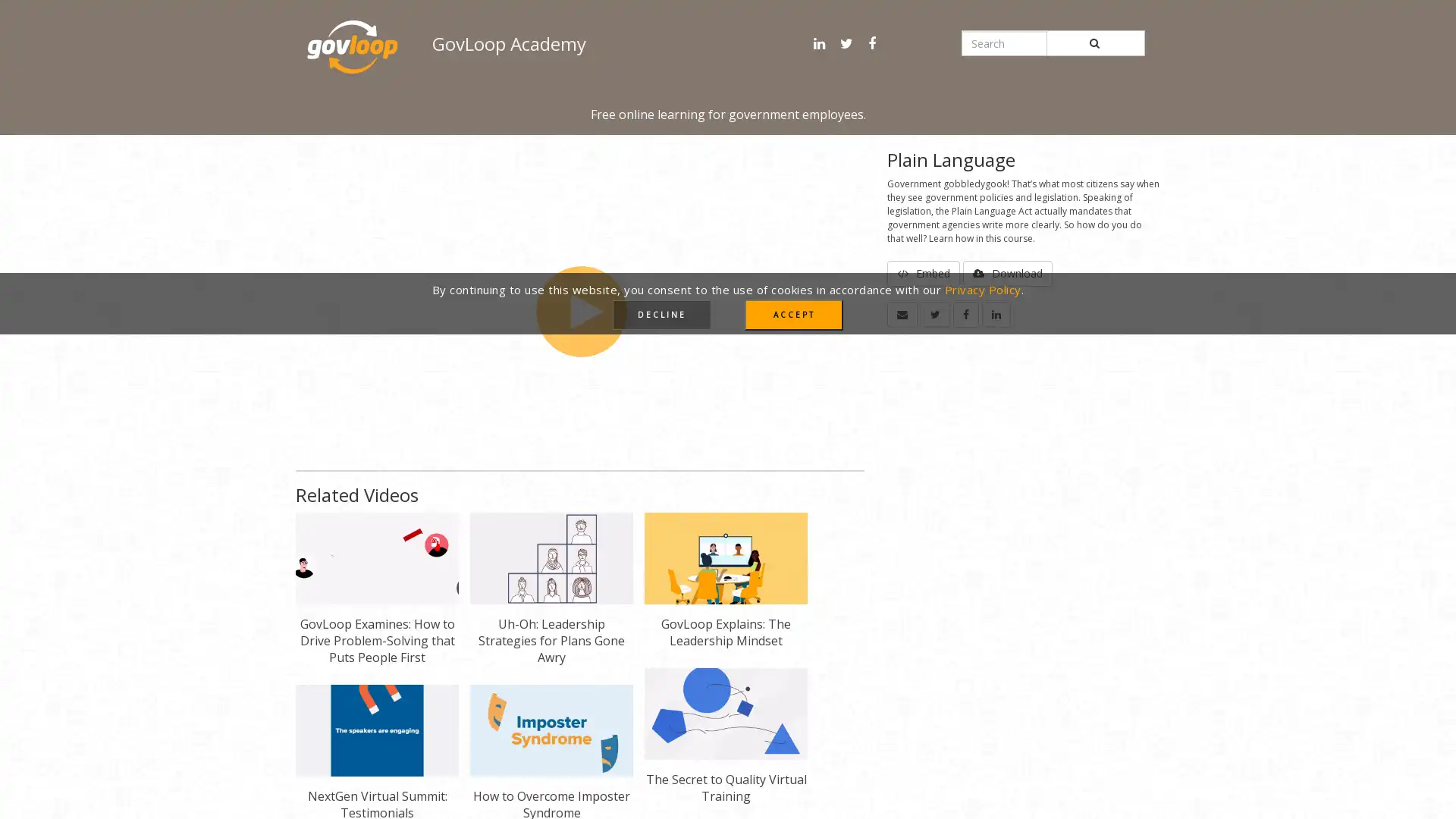  What do you see at coordinates (902, 314) in the screenshot?
I see `Share by email` at bounding box center [902, 314].